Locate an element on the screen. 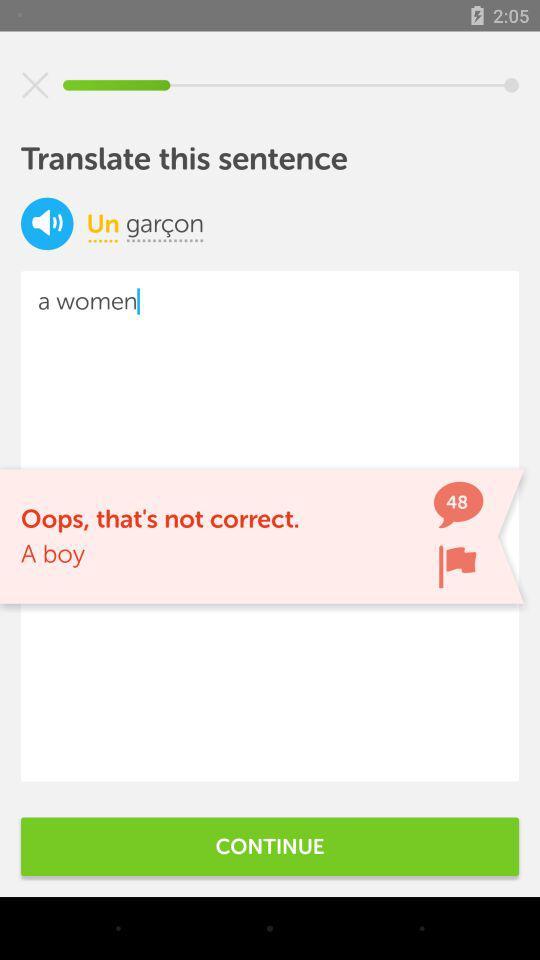  icon next to   icon is located at coordinates (164, 223).